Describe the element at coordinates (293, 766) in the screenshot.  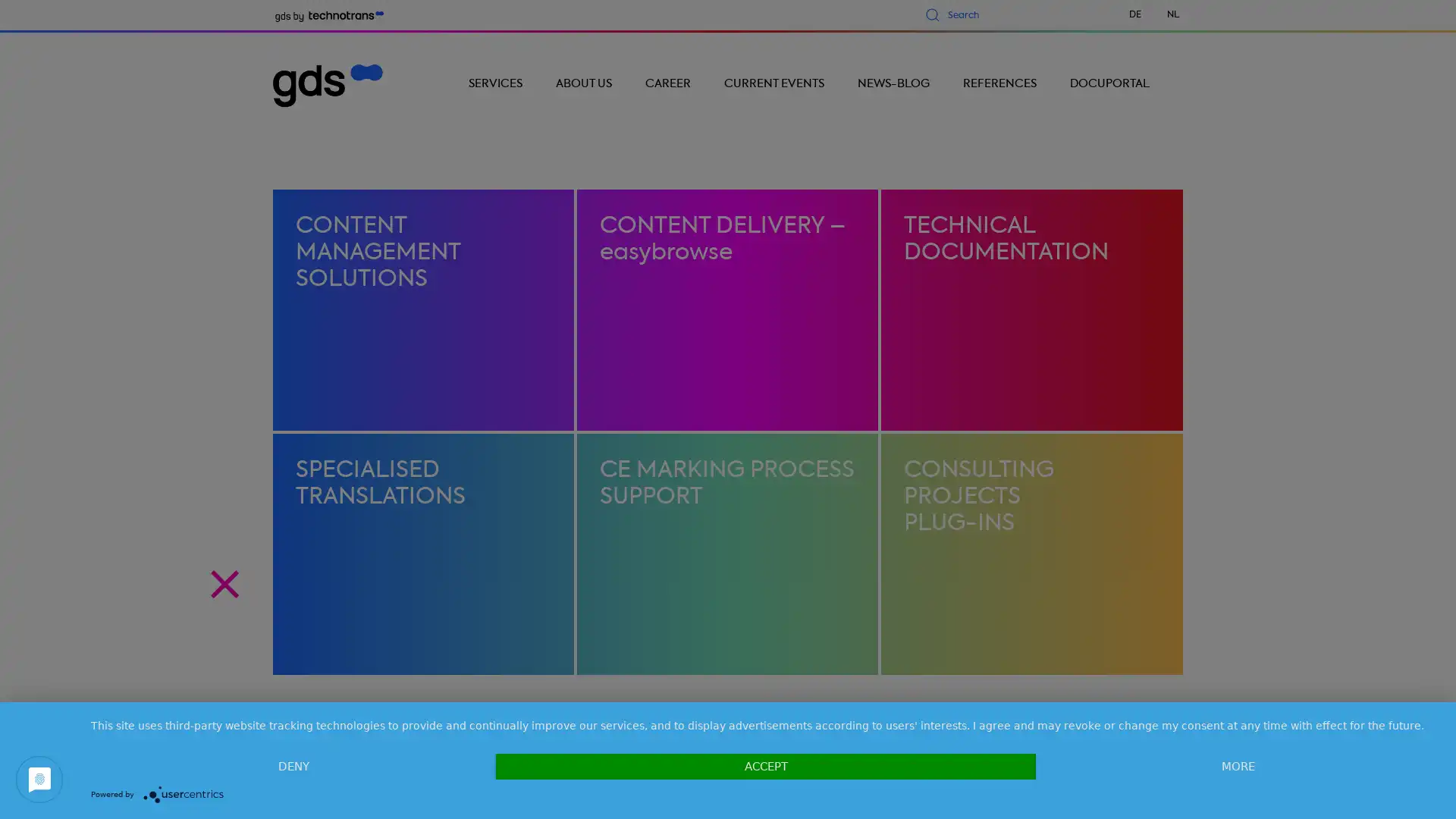
I see `Deny` at that location.